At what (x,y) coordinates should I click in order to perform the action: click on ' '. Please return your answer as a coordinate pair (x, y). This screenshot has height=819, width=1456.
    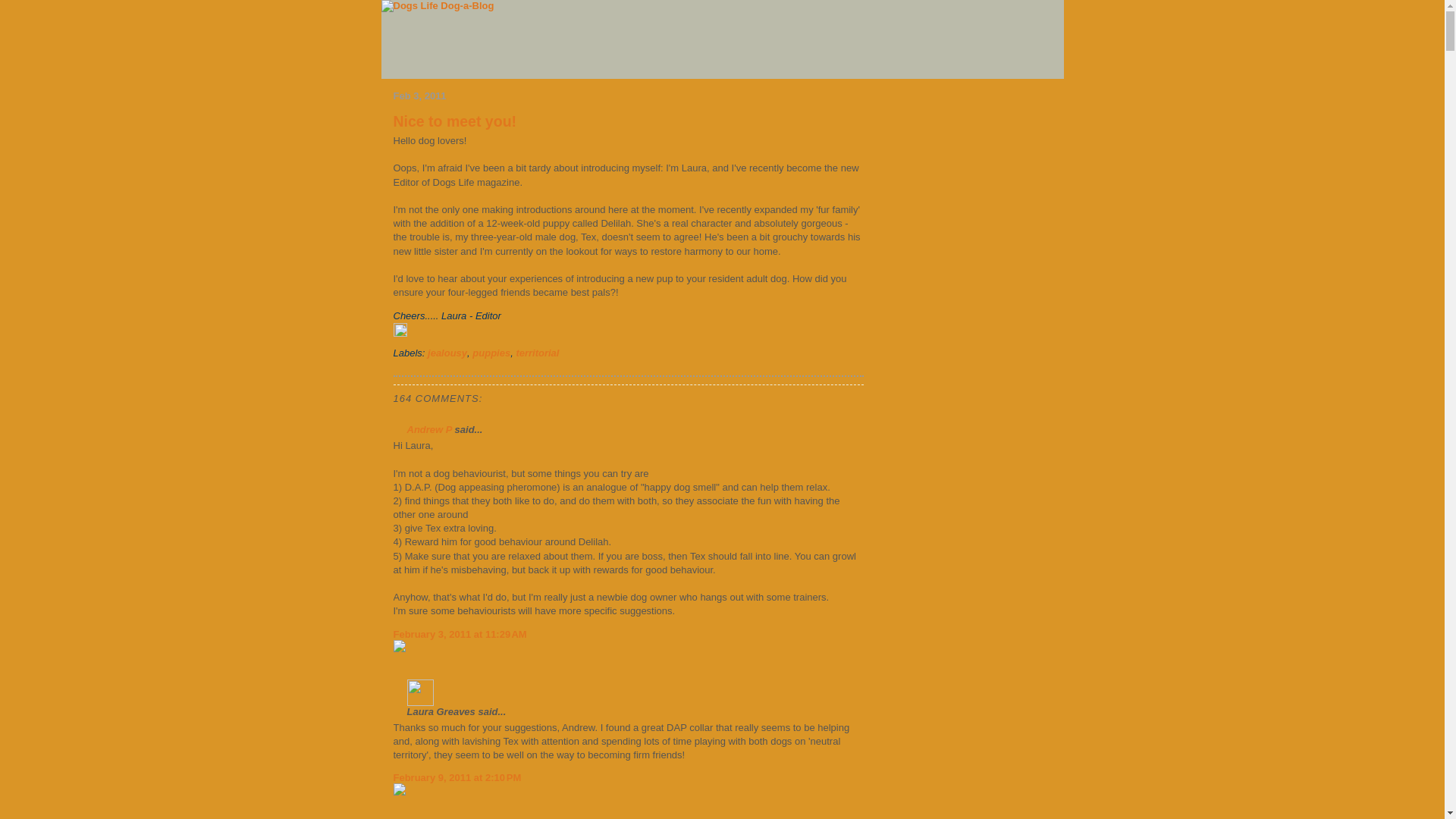
    Looking at the image, I should click on (505, 315).